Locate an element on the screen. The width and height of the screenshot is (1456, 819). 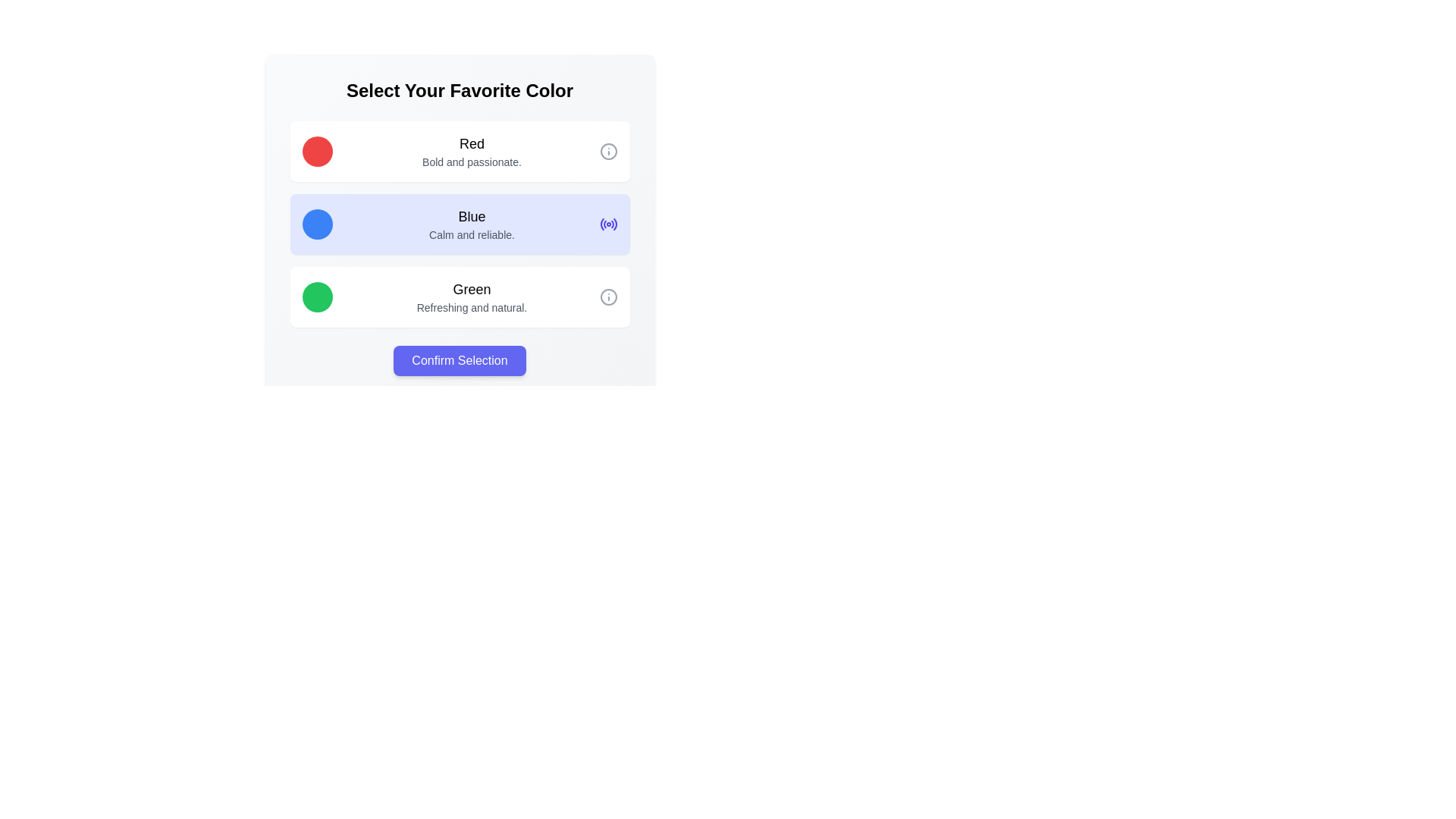
the text label that reads 'Refreshing and natural.' located below the title 'Green' in the selectable option group labeled 'Green' is located at coordinates (471, 307).